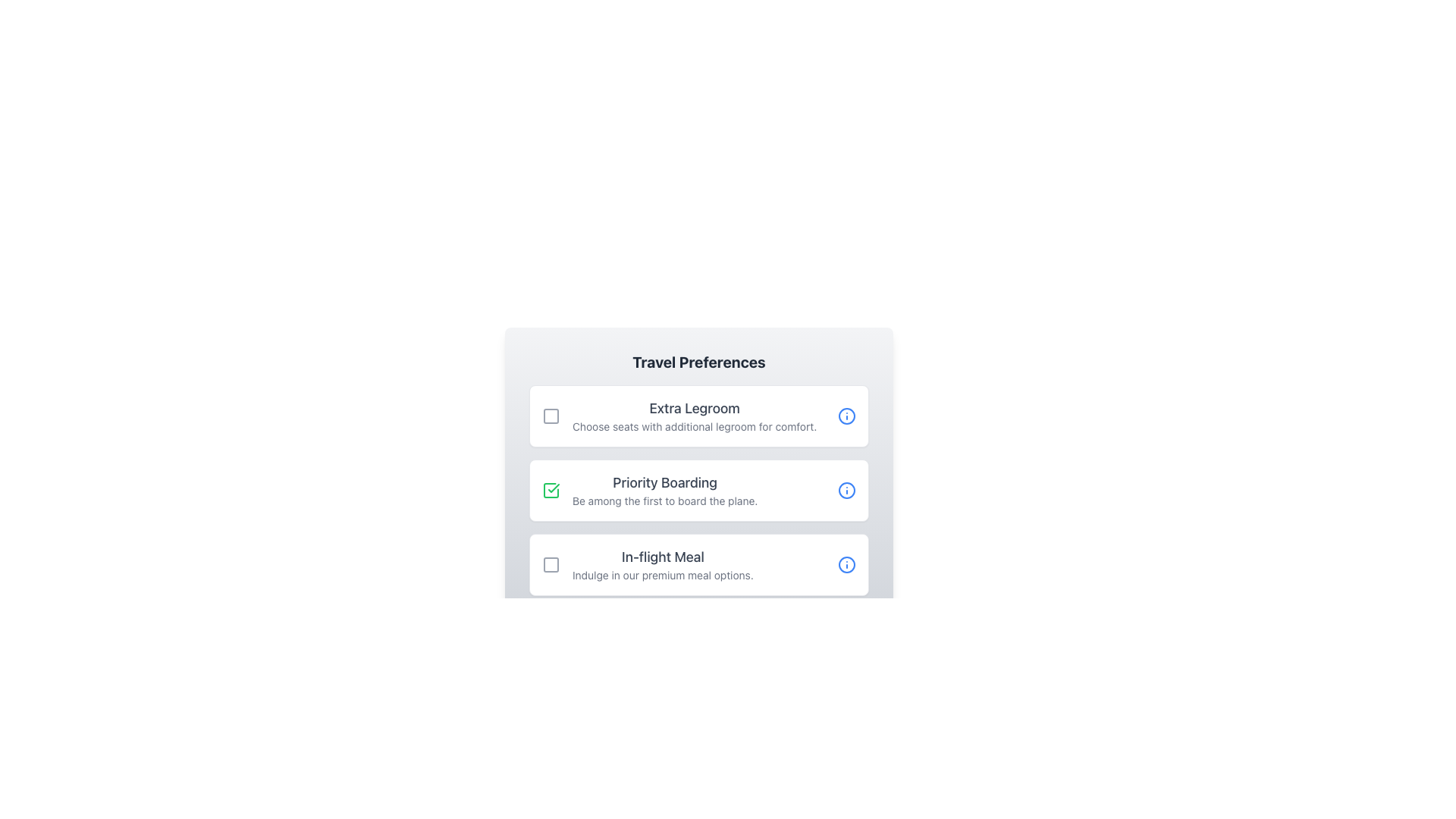 The height and width of the screenshot is (819, 1456). I want to click on the informative text label that describes the option for selecting seats with additional legroom in the travel preferences section, so click(694, 416).